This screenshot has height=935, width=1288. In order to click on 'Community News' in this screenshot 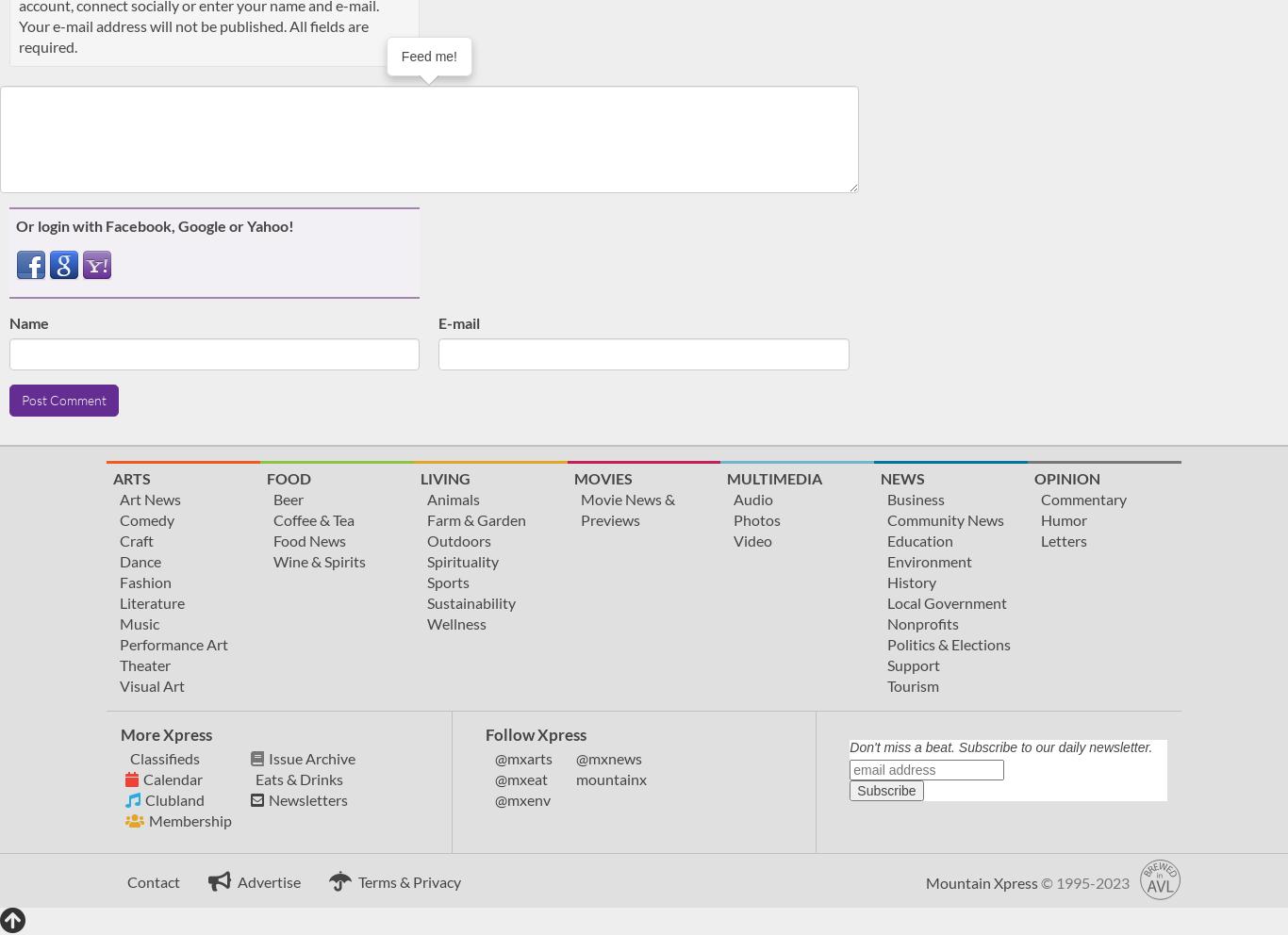, I will do `click(946, 518)`.